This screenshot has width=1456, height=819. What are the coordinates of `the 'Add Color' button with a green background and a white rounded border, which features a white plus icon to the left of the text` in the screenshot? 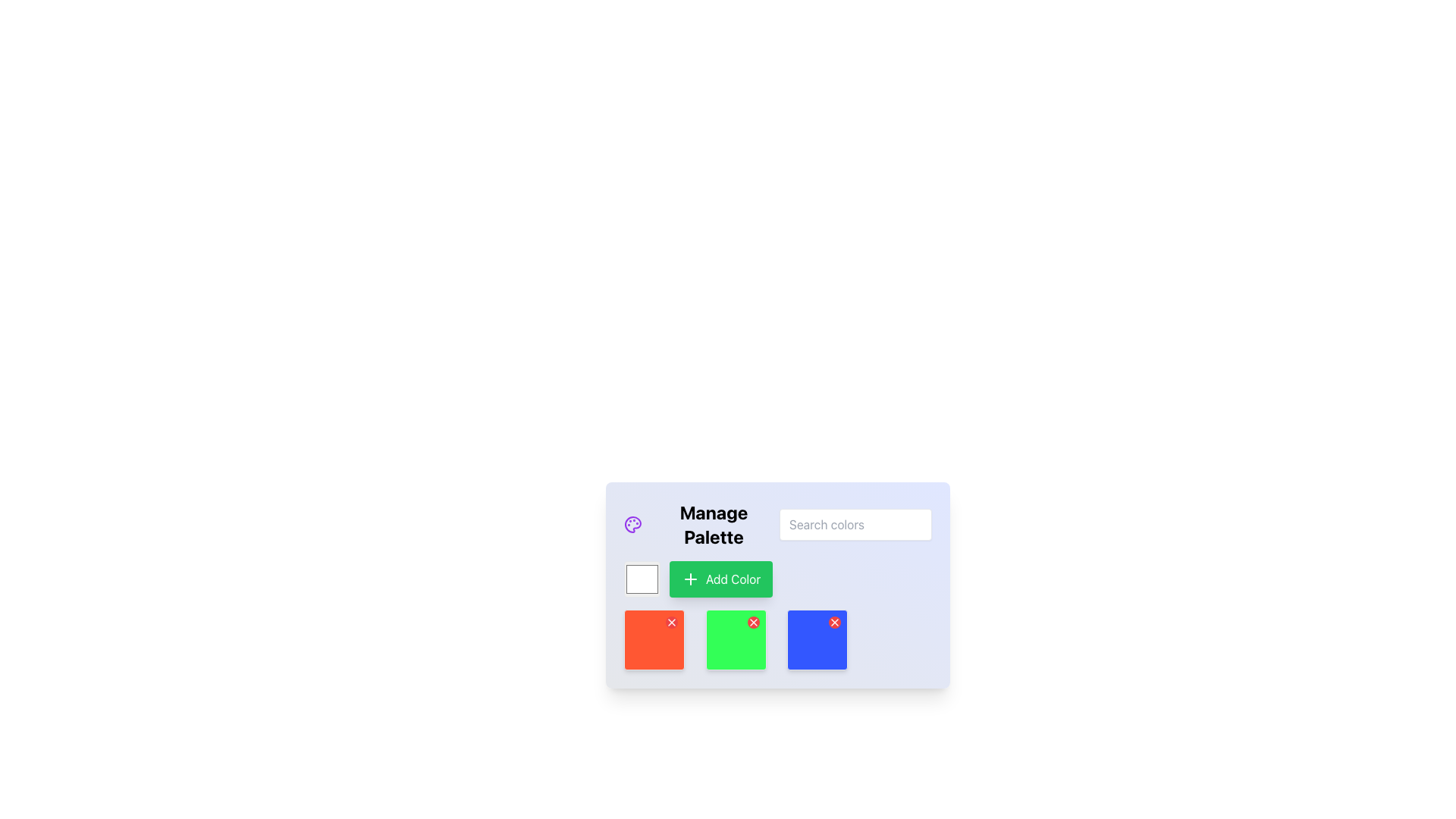 It's located at (720, 579).